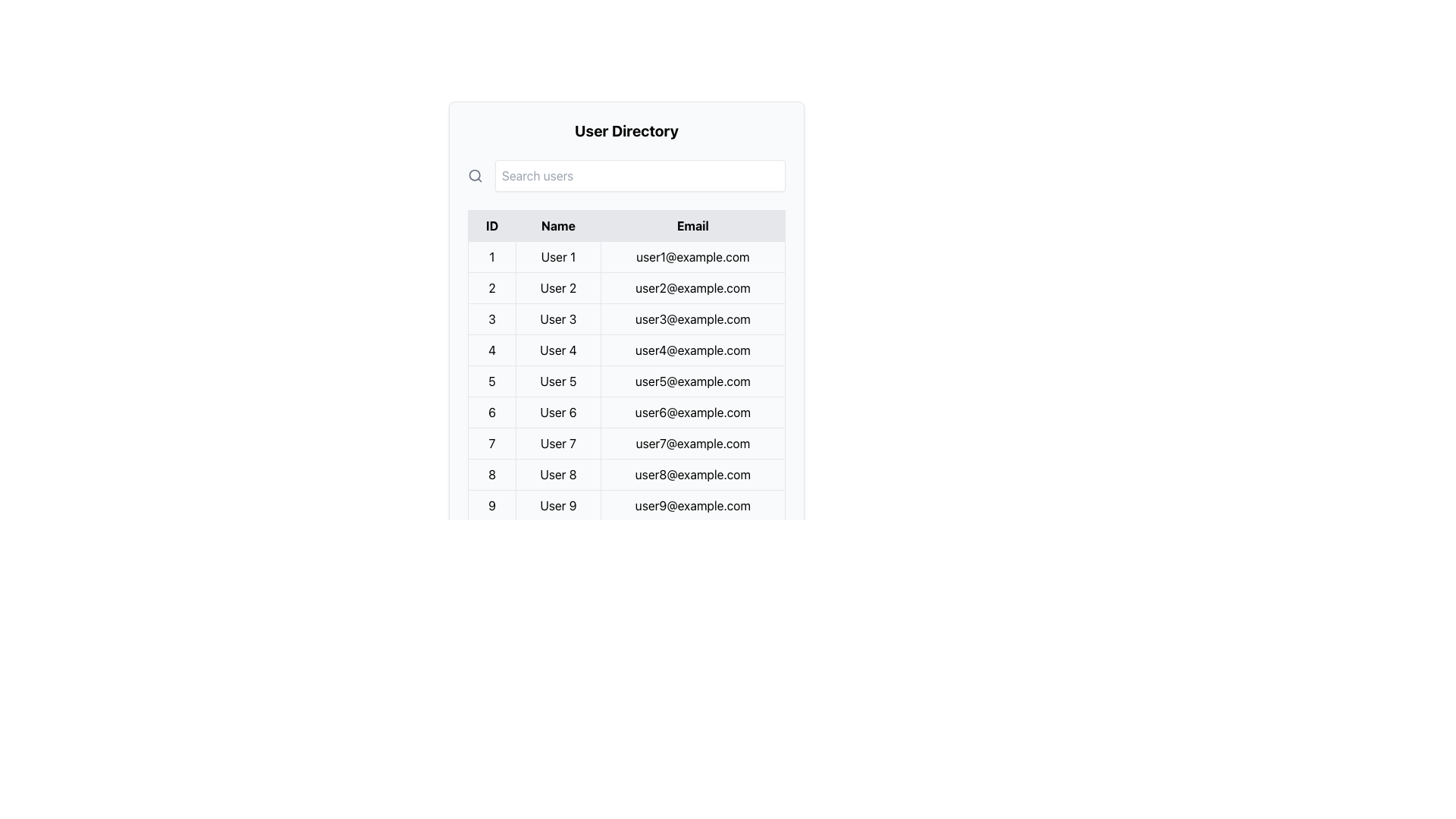 This screenshot has height=819, width=1456. What do you see at coordinates (557, 288) in the screenshot?
I see `the text label displaying 'User 2' in the second row and second column of the table` at bounding box center [557, 288].